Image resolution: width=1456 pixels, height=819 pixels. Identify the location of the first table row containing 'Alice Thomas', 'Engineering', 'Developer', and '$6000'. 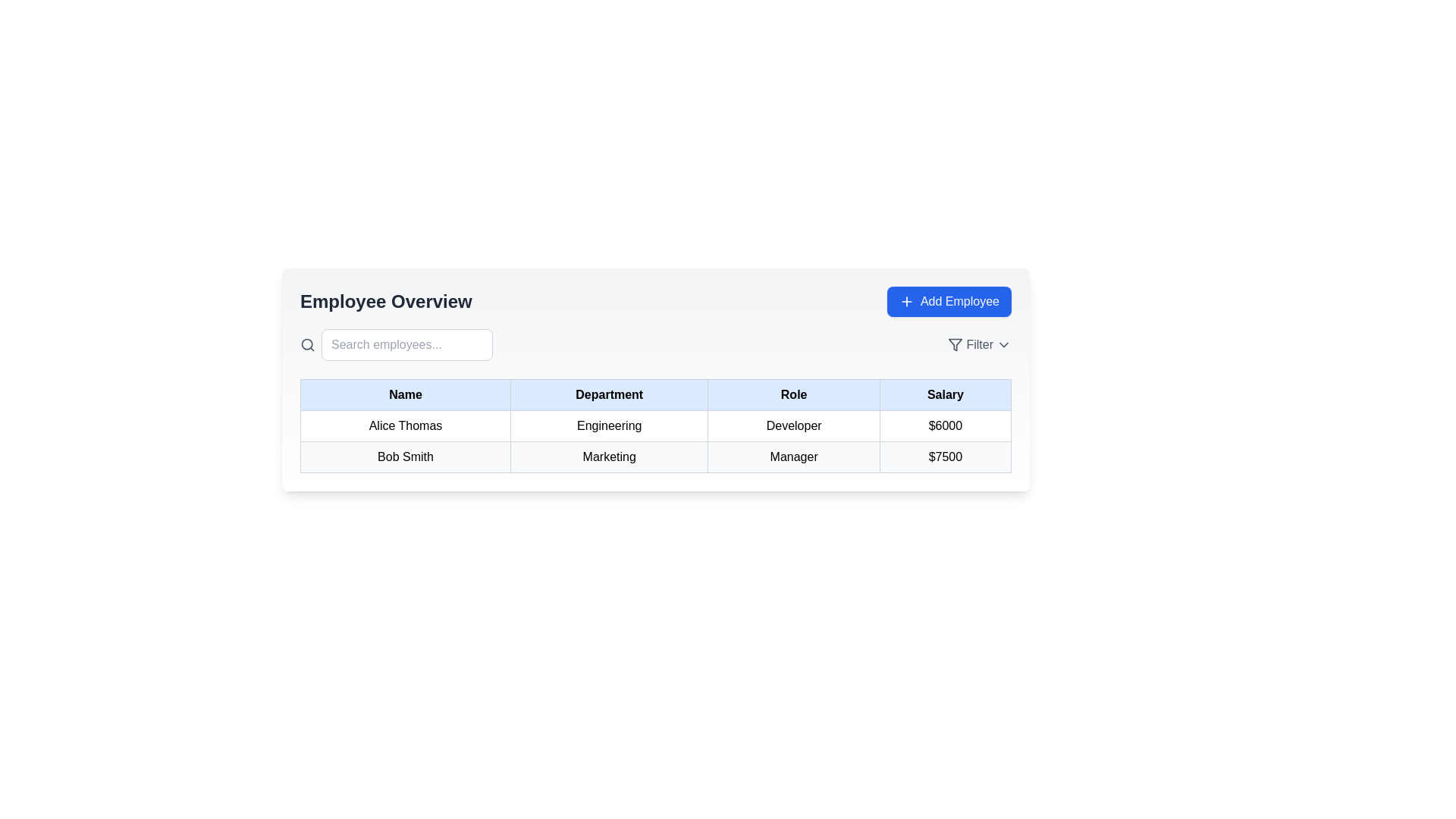
(655, 426).